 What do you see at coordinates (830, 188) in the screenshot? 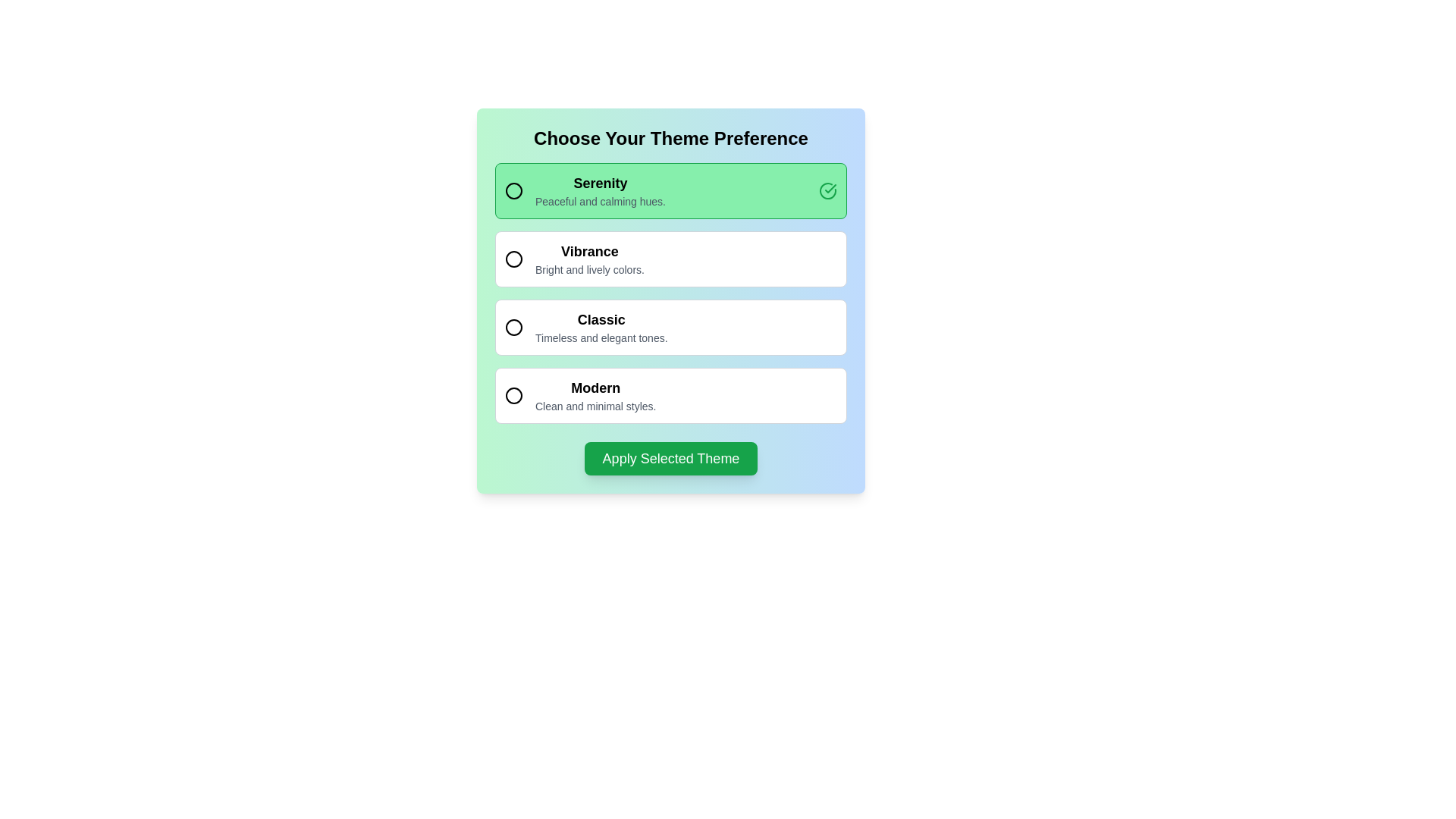
I see `the small green check mark icon located in the top-right corner of the 'Serenity' theme selection box` at bounding box center [830, 188].